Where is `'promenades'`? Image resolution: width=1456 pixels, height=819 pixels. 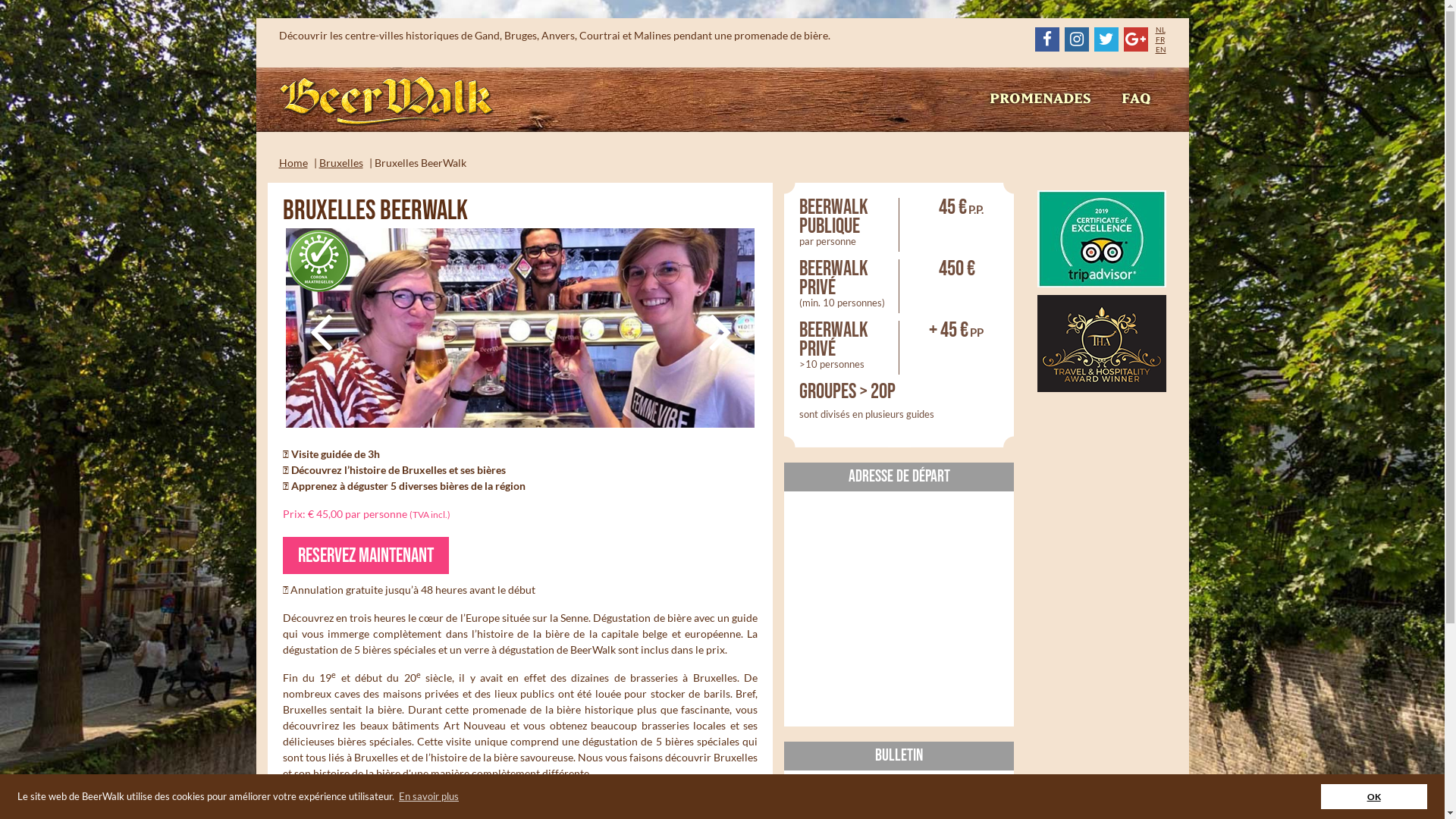 'promenades' is located at coordinates (1039, 99).